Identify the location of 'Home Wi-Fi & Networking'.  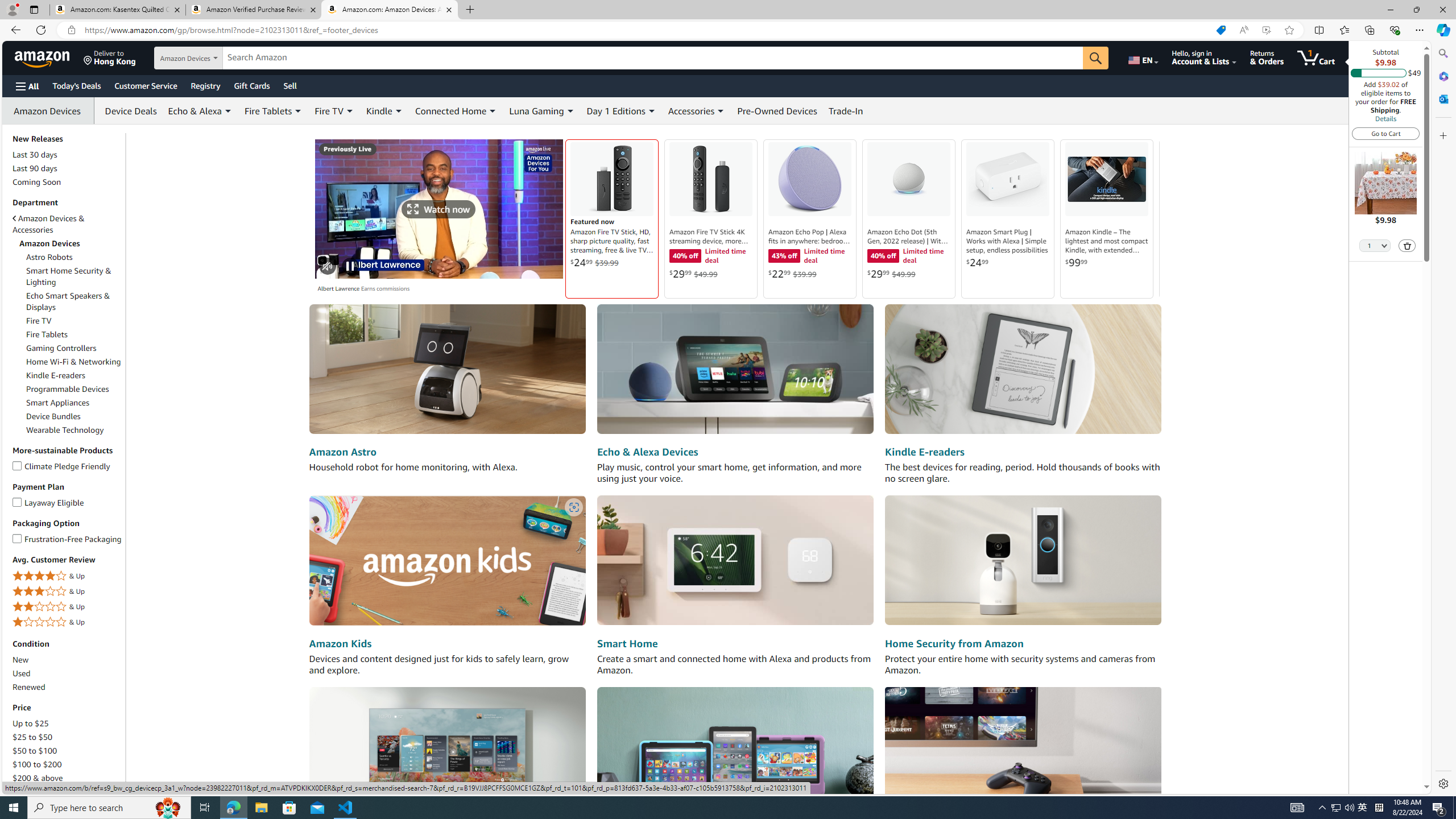
(74, 361).